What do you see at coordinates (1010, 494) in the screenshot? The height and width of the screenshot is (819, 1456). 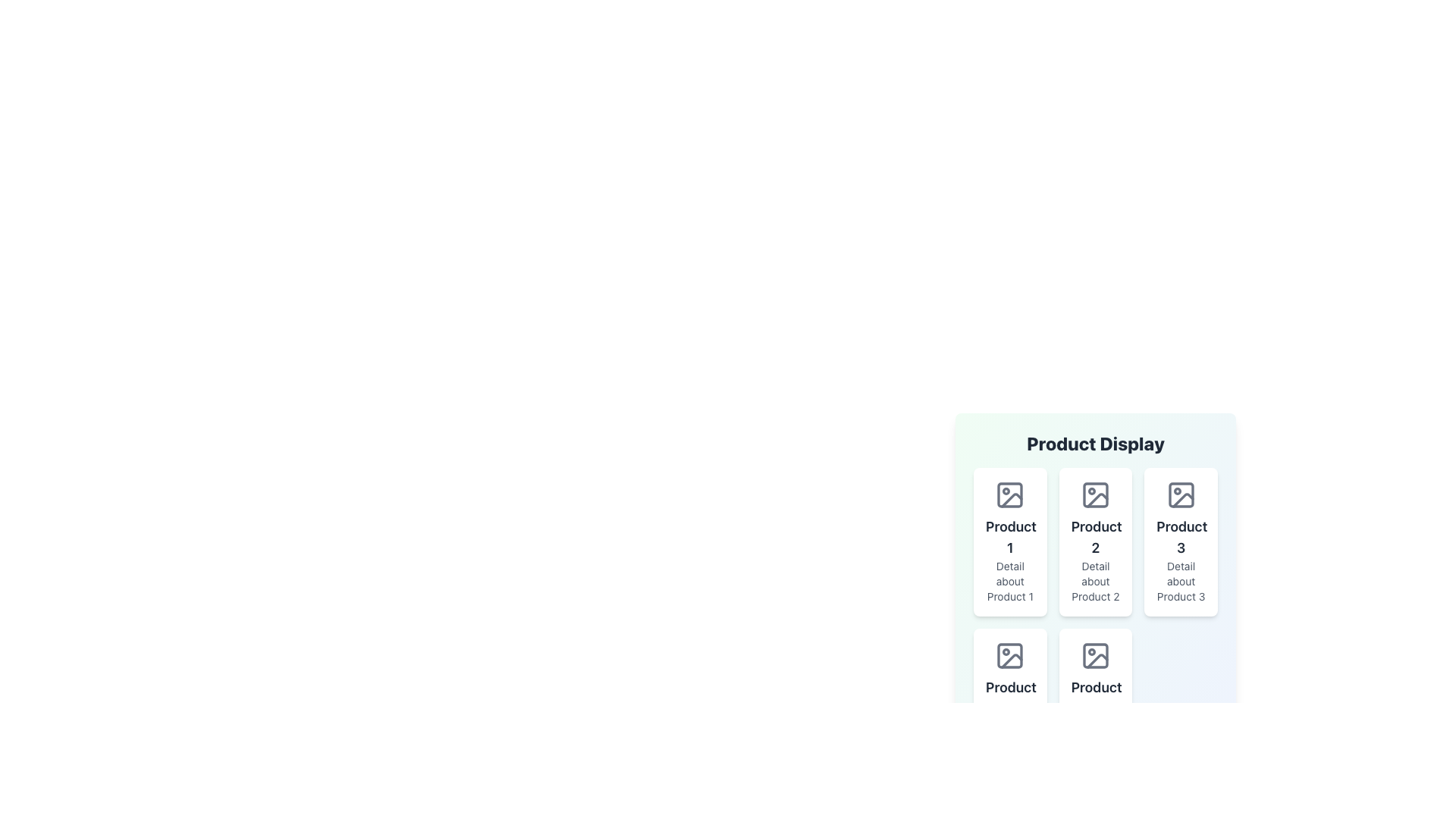 I see `the Image Placeholder Icon located at the top-left corner of the 'Product 1' tile in the grid layout` at bounding box center [1010, 494].